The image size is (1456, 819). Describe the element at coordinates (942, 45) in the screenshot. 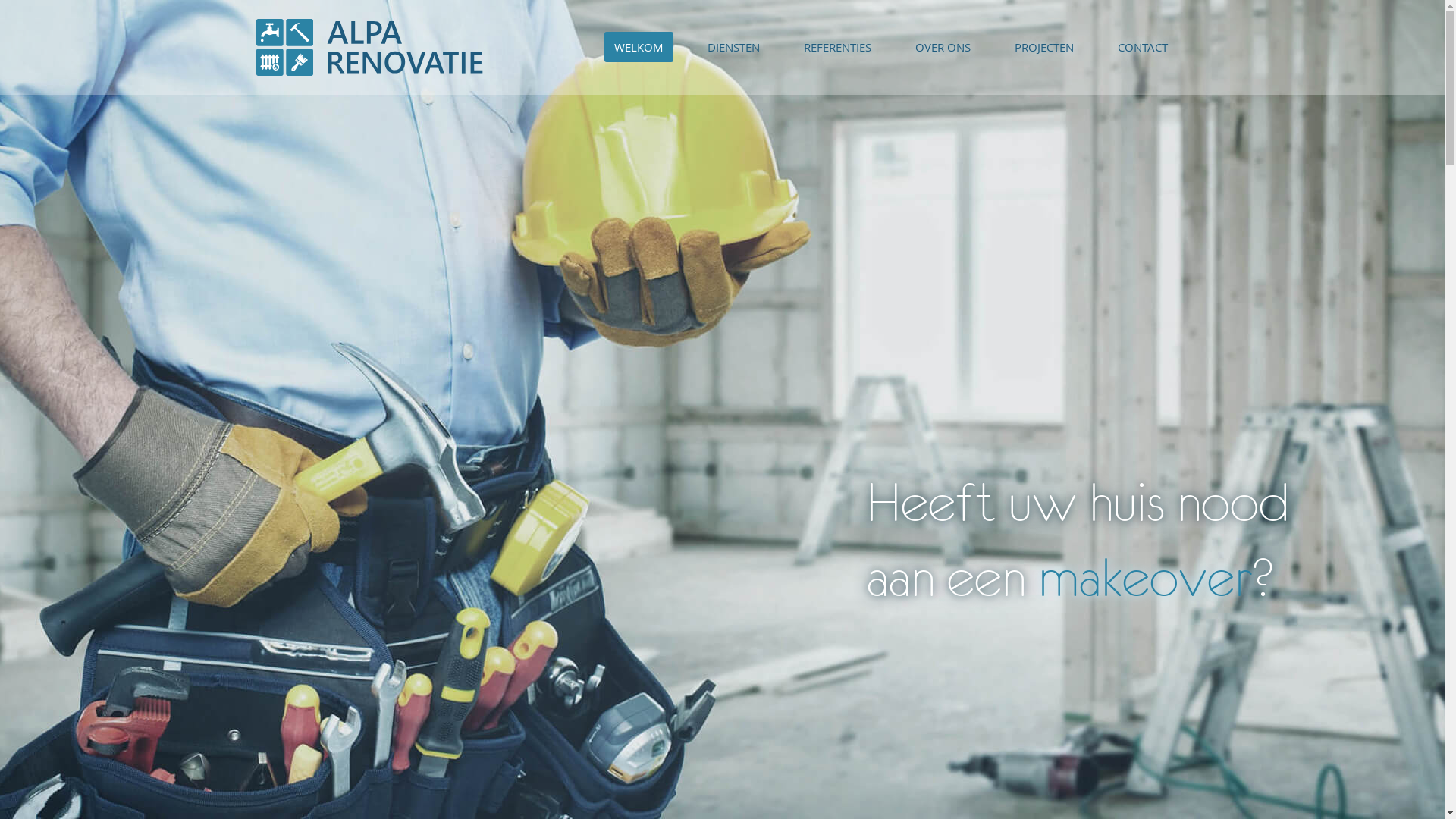

I see `'OVER ONS'` at that location.